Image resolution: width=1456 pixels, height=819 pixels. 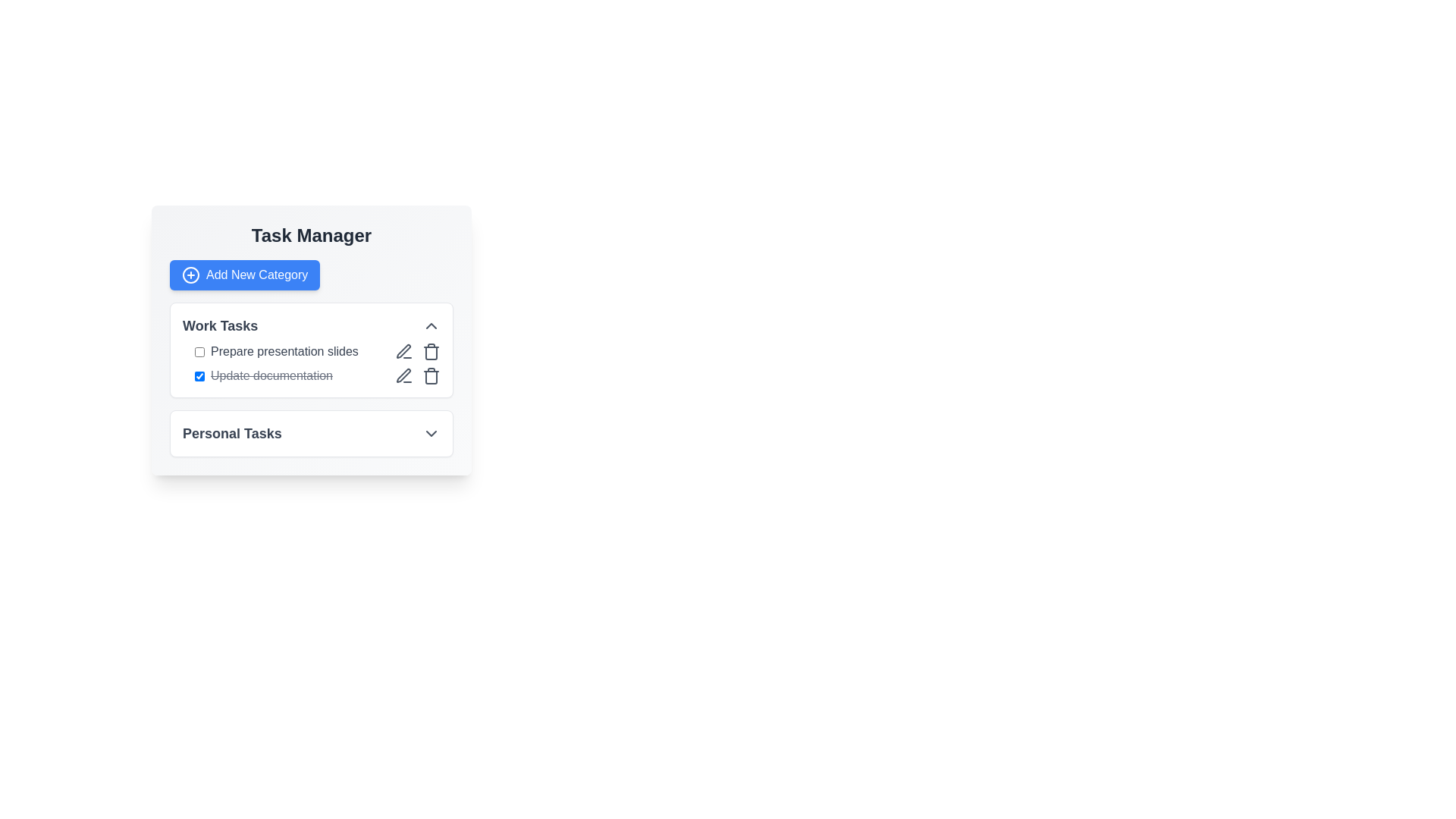 I want to click on the checkbox, so click(x=276, y=351).